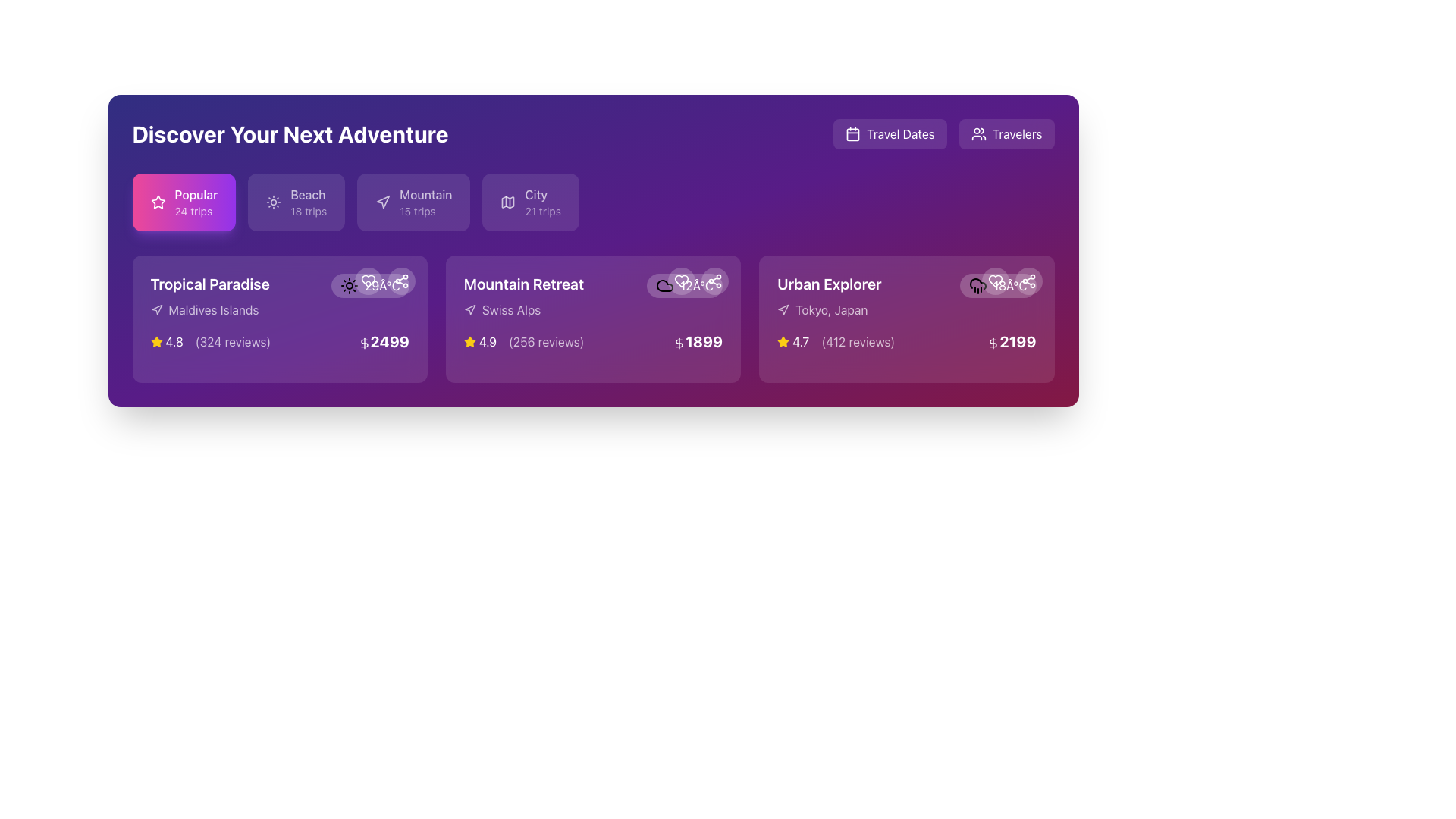  What do you see at coordinates (1006, 133) in the screenshot?
I see `the second button in the row, labeled 'Travelers'` at bounding box center [1006, 133].